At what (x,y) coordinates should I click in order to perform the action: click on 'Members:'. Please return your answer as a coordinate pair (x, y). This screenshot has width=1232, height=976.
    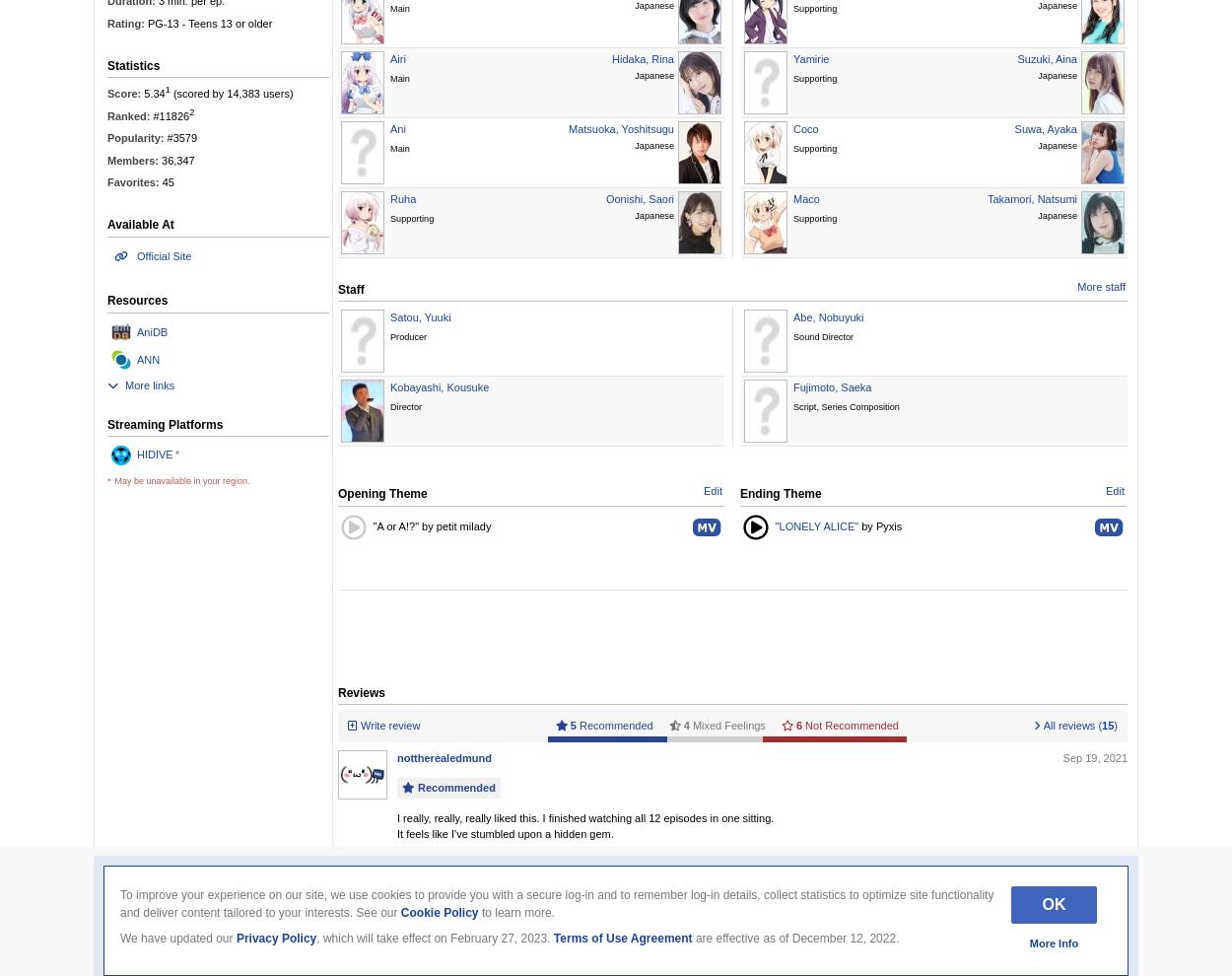
    Looking at the image, I should click on (106, 159).